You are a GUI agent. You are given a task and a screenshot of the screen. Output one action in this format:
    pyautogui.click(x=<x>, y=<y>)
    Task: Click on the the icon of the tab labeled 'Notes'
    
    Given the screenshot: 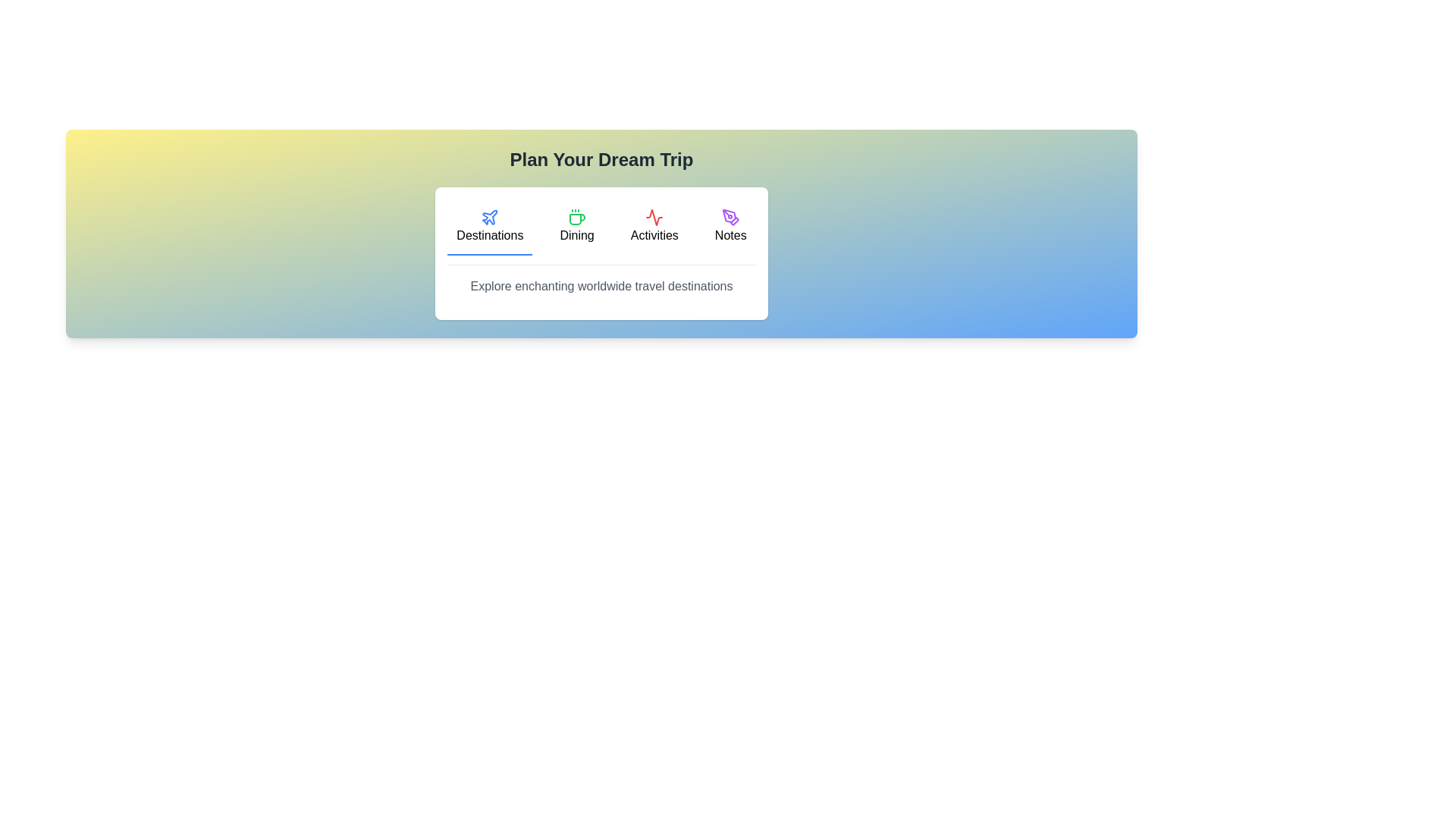 What is the action you would take?
    pyautogui.click(x=730, y=217)
    